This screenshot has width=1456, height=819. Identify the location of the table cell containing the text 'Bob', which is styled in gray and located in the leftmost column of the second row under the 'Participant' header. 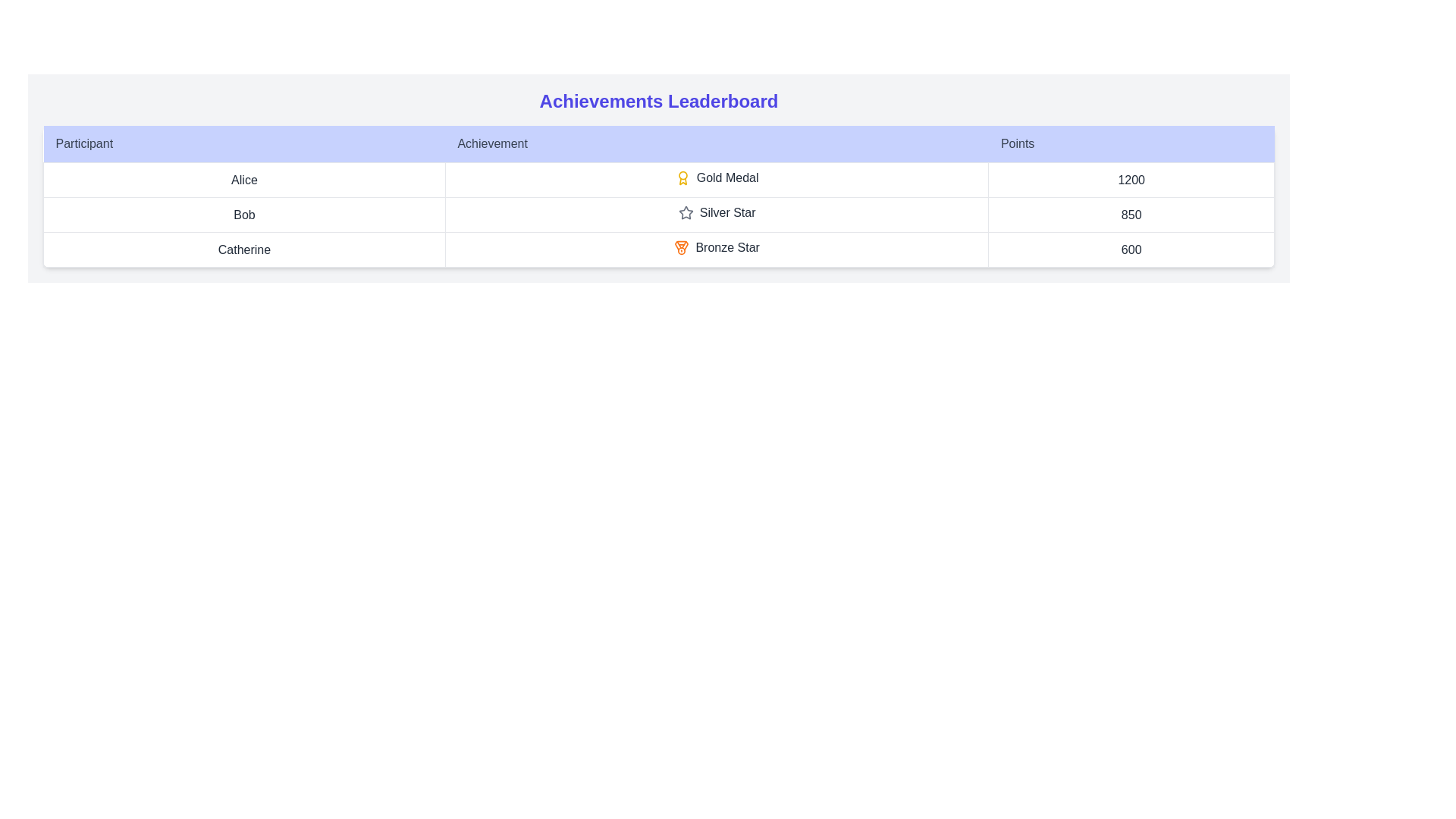
(244, 215).